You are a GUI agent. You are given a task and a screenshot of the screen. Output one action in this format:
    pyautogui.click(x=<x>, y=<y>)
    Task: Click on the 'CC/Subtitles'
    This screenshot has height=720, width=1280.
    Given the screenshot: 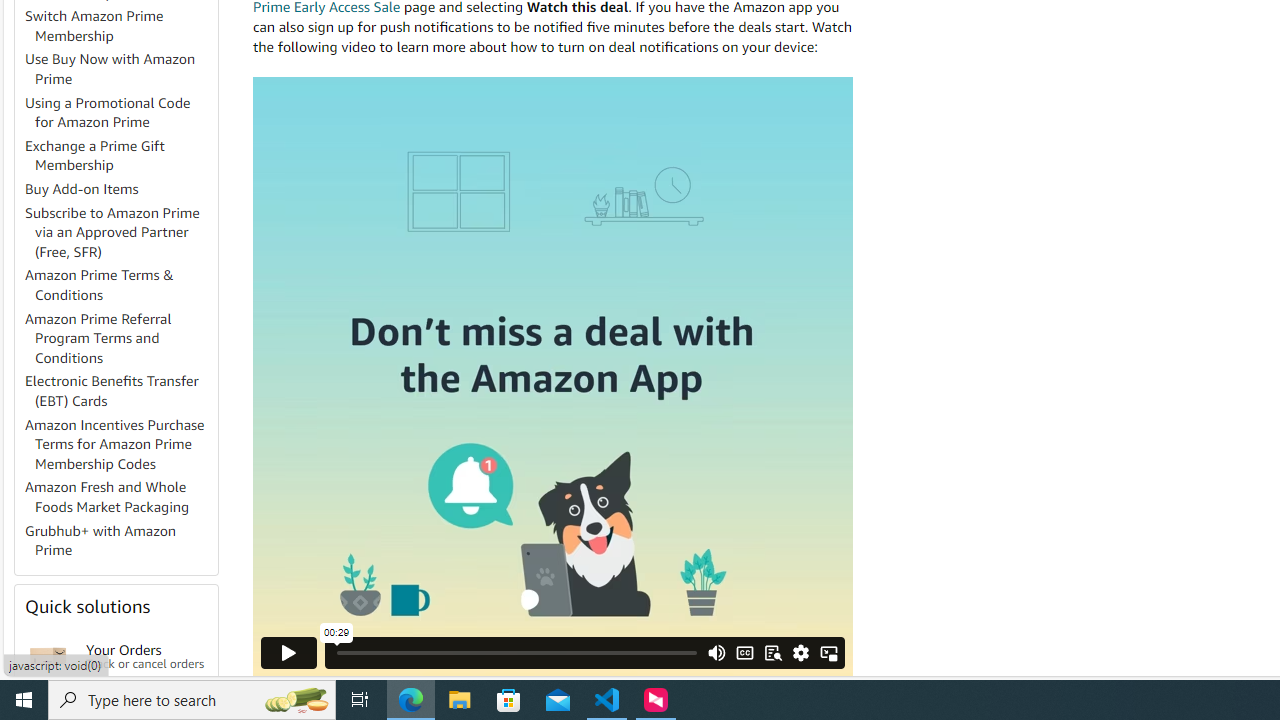 What is the action you would take?
    pyautogui.click(x=743, y=652)
    